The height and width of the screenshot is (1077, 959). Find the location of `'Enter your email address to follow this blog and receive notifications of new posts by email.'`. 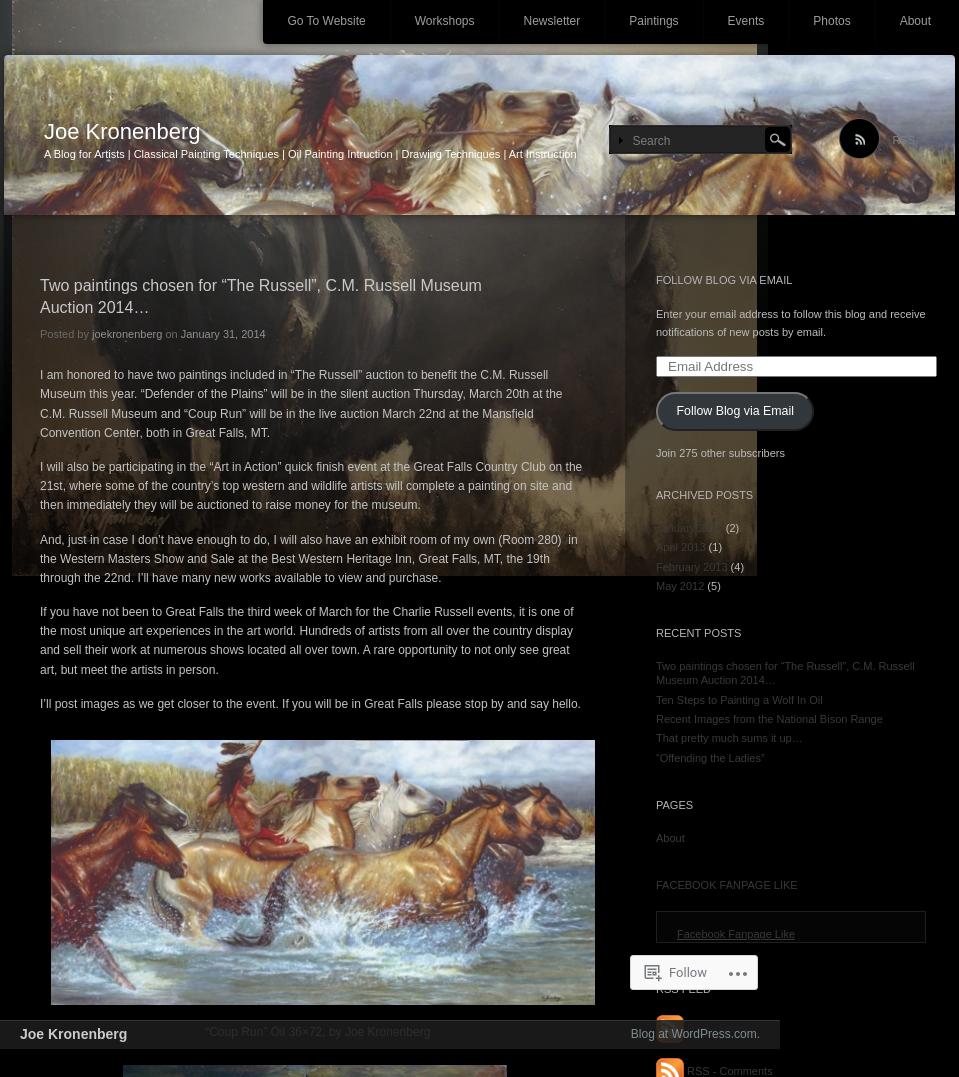

'Enter your email address to follow this blog and receive notifications of new posts by email.' is located at coordinates (790, 322).